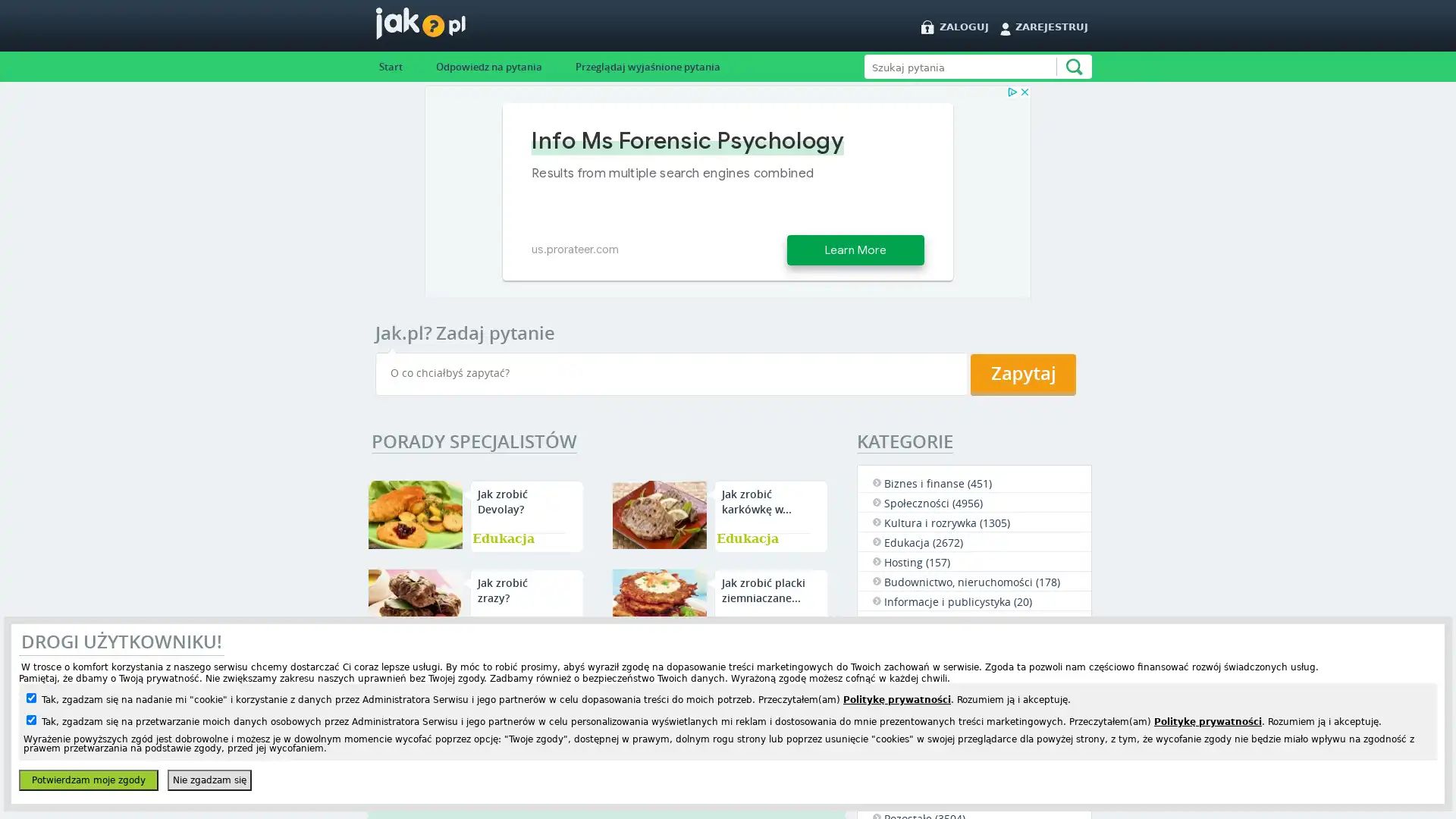 This screenshot has width=1456, height=819. What do you see at coordinates (881, 93) in the screenshot?
I see `Szukaj` at bounding box center [881, 93].